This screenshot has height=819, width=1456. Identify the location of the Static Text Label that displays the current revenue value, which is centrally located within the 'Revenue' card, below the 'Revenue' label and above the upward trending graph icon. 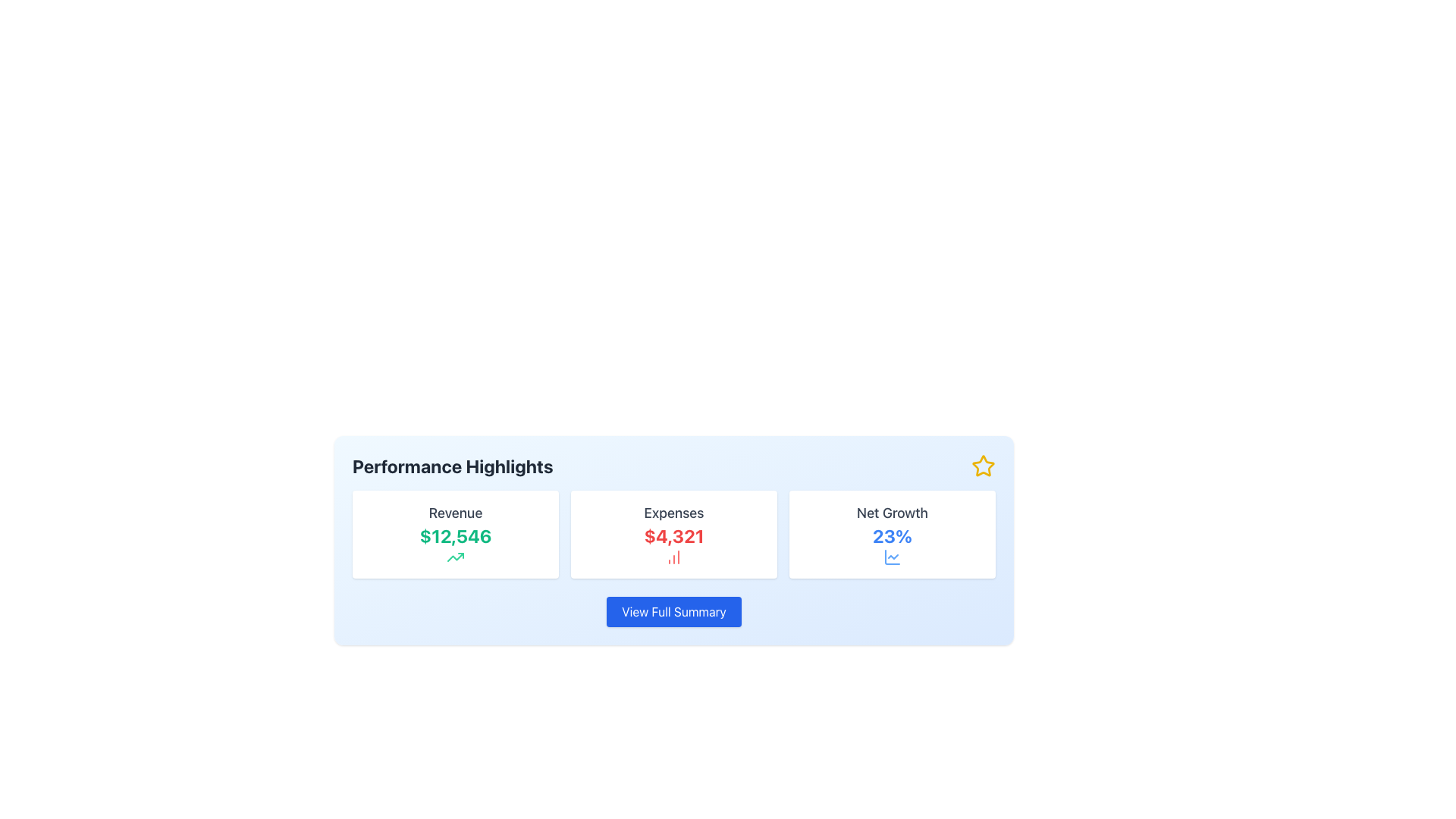
(454, 535).